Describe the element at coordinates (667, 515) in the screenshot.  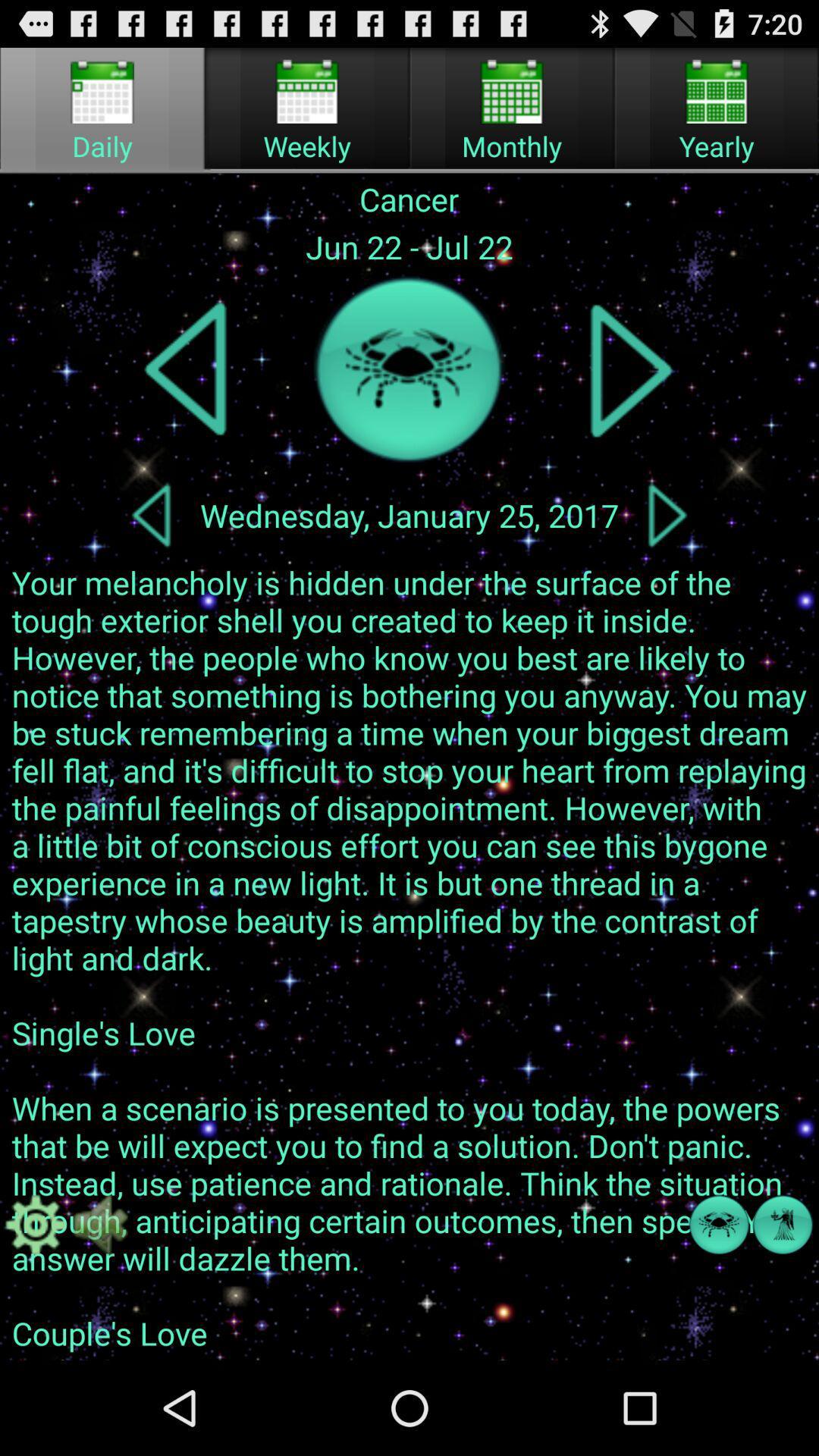
I see `next day` at that location.